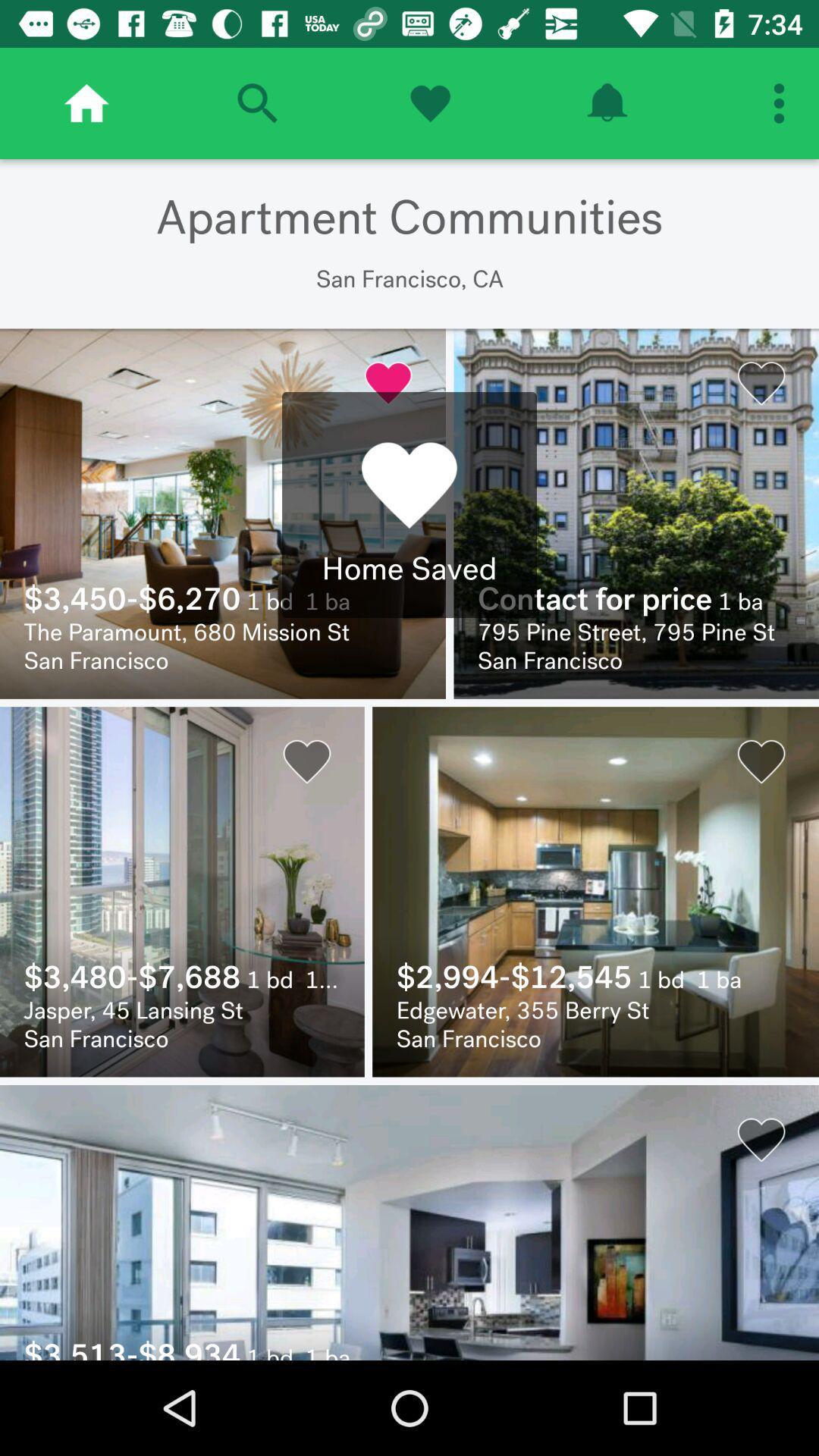 The image size is (819, 1456). What do you see at coordinates (430, 102) in the screenshot?
I see `heart icon` at bounding box center [430, 102].